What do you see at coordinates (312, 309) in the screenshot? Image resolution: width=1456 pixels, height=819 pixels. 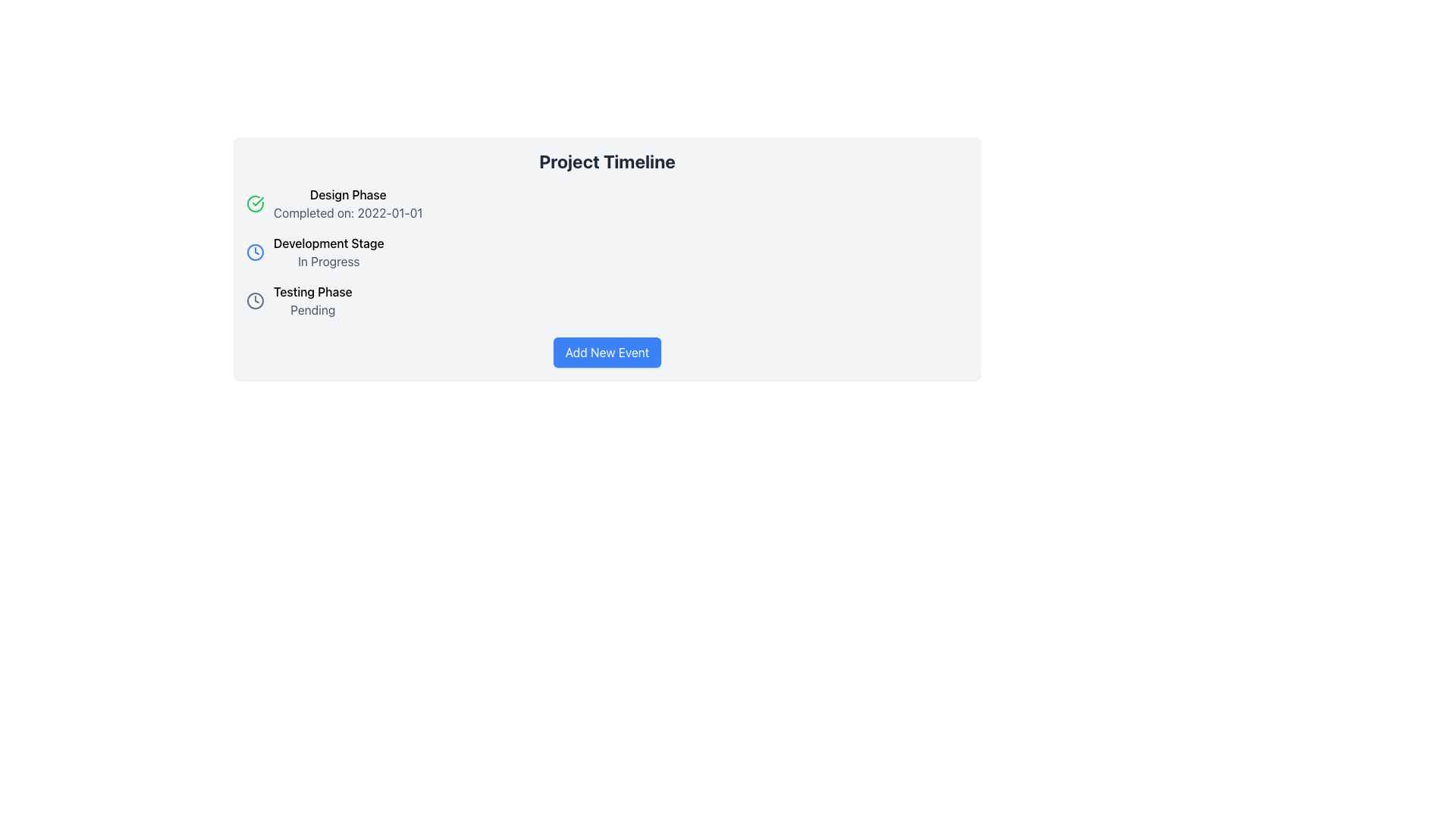 I see `the status indicator text that displays 'Pending', located directly beneath the 'Testing Phase' text in the 'Project Timeline' panel` at bounding box center [312, 309].